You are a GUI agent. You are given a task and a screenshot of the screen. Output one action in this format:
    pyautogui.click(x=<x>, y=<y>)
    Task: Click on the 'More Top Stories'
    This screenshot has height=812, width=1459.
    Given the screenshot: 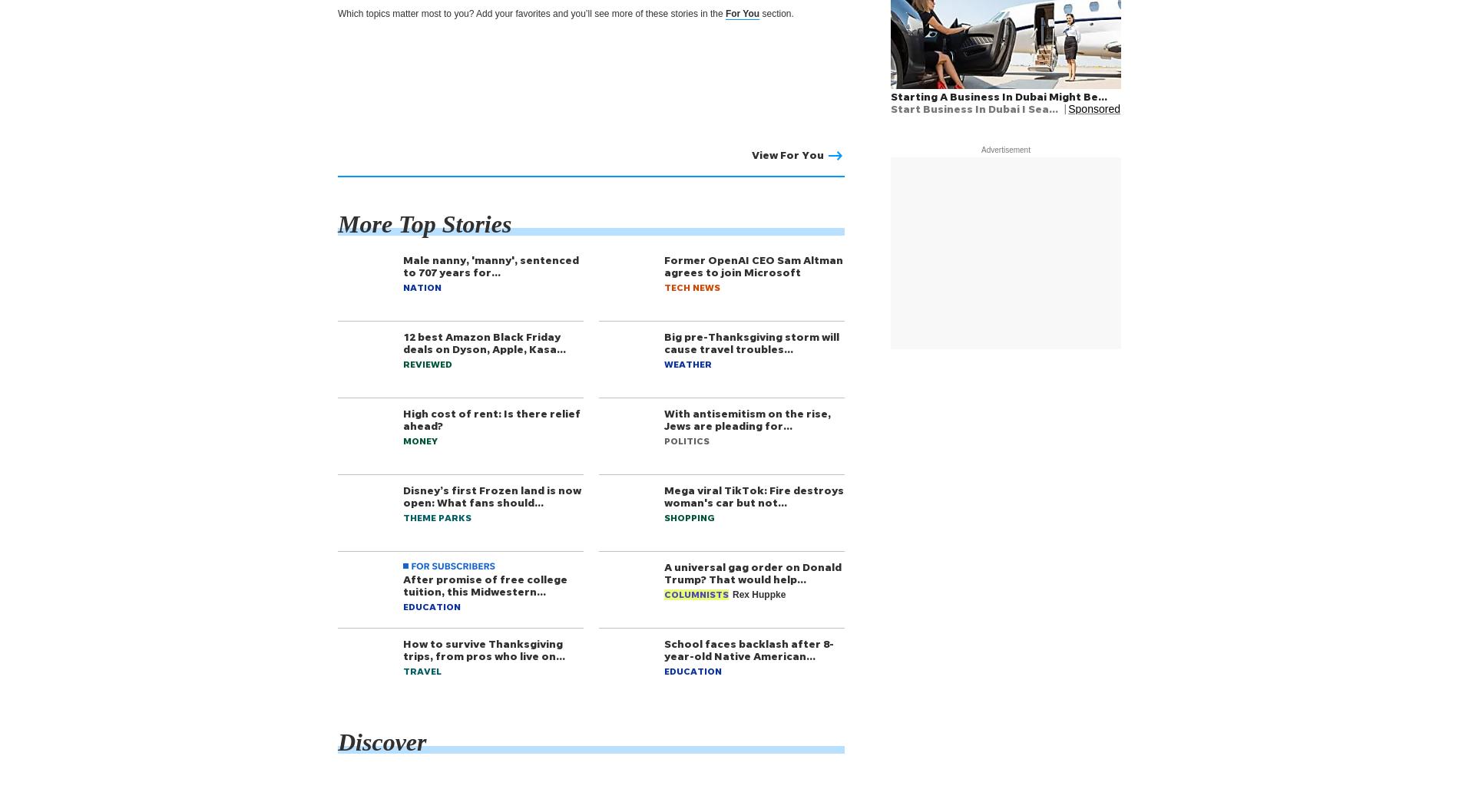 What is the action you would take?
    pyautogui.click(x=425, y=223)
    